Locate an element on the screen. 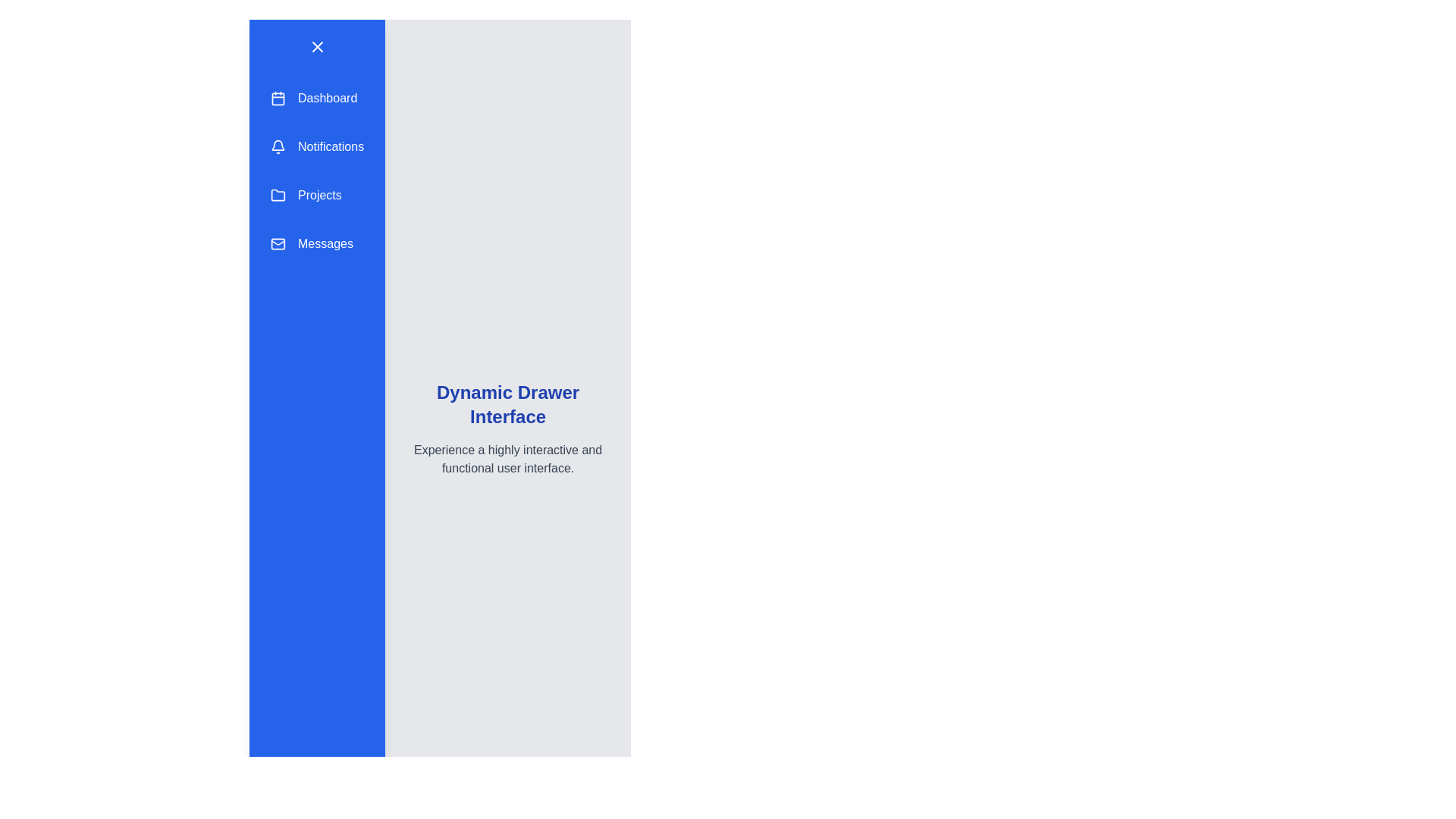 The height and width of the screenshot is (819, 1456). the menu item Projects to navigate to the respective section is located at coordinates (316, 195).